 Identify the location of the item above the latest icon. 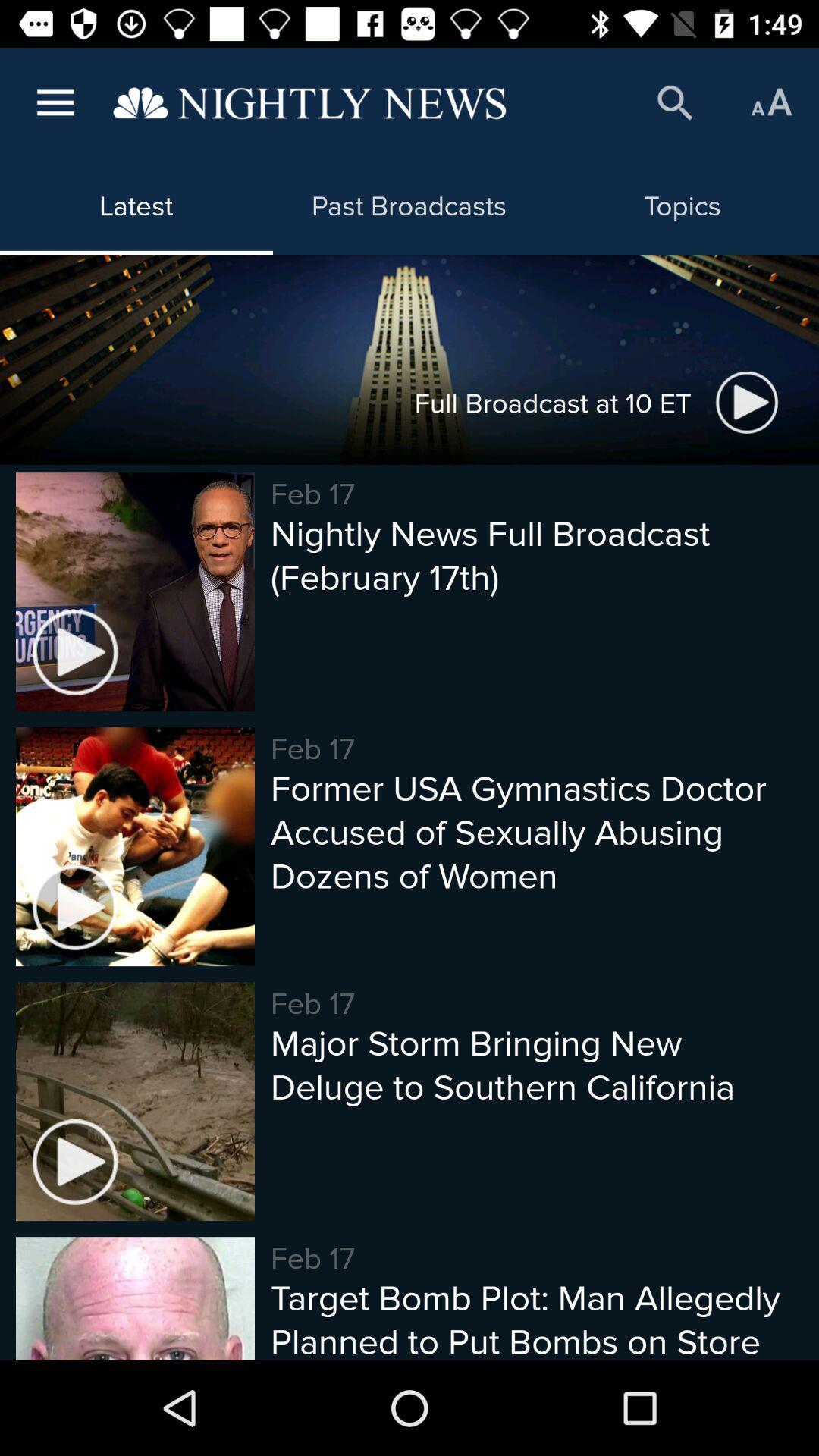
(309, 102).